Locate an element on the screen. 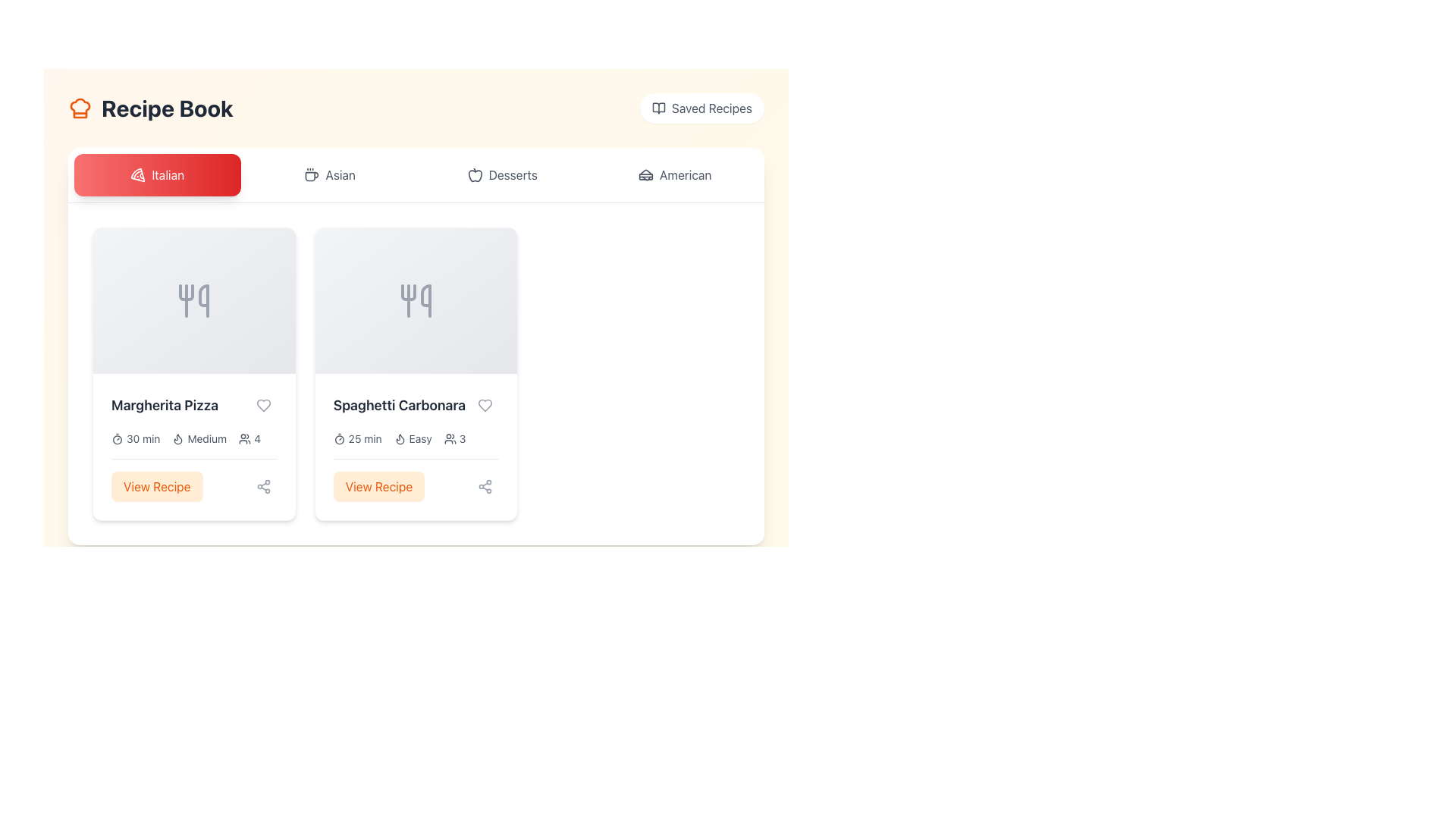  time, difficulty, and servings from the text with embedded icons section located below the 'Margherita Pizza' title and above the 'View Recipe' button is located at coordinates (193, 438).